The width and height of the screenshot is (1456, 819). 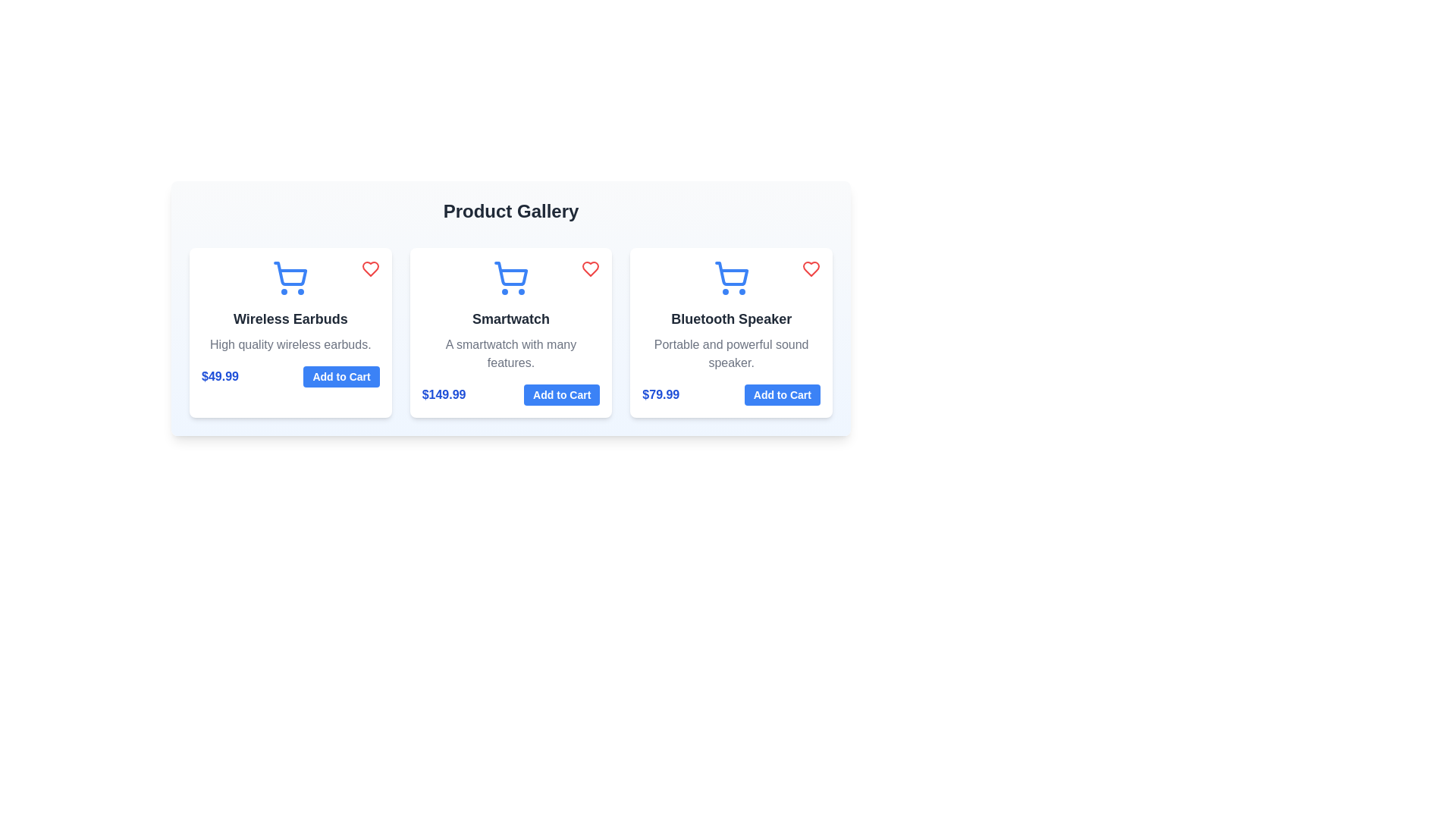 I want to click on the product card for Smartwatch to view its details, so click(x=510, y=332).